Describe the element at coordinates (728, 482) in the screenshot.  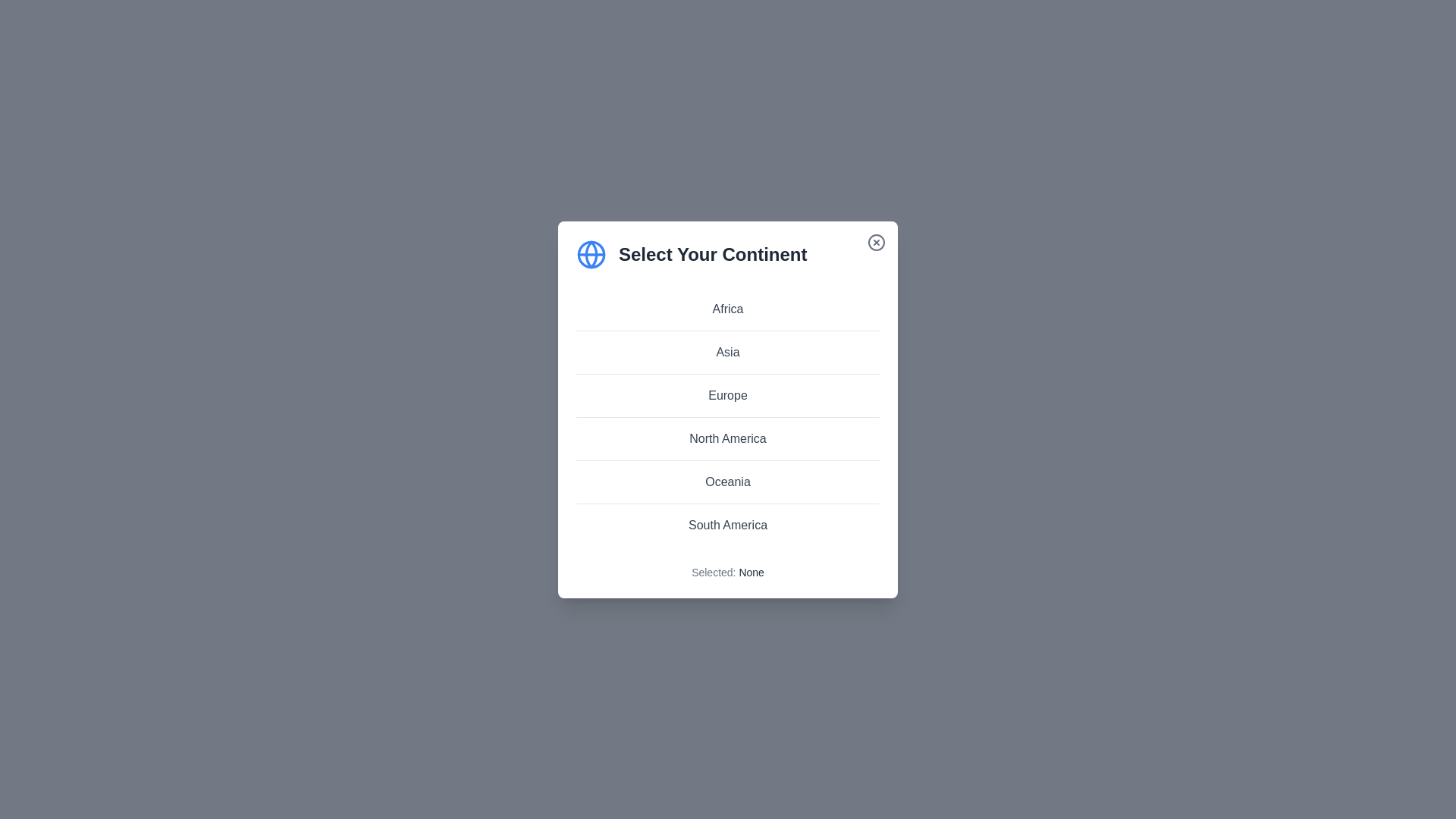
I see `the continent Oceania from the list` at that location.